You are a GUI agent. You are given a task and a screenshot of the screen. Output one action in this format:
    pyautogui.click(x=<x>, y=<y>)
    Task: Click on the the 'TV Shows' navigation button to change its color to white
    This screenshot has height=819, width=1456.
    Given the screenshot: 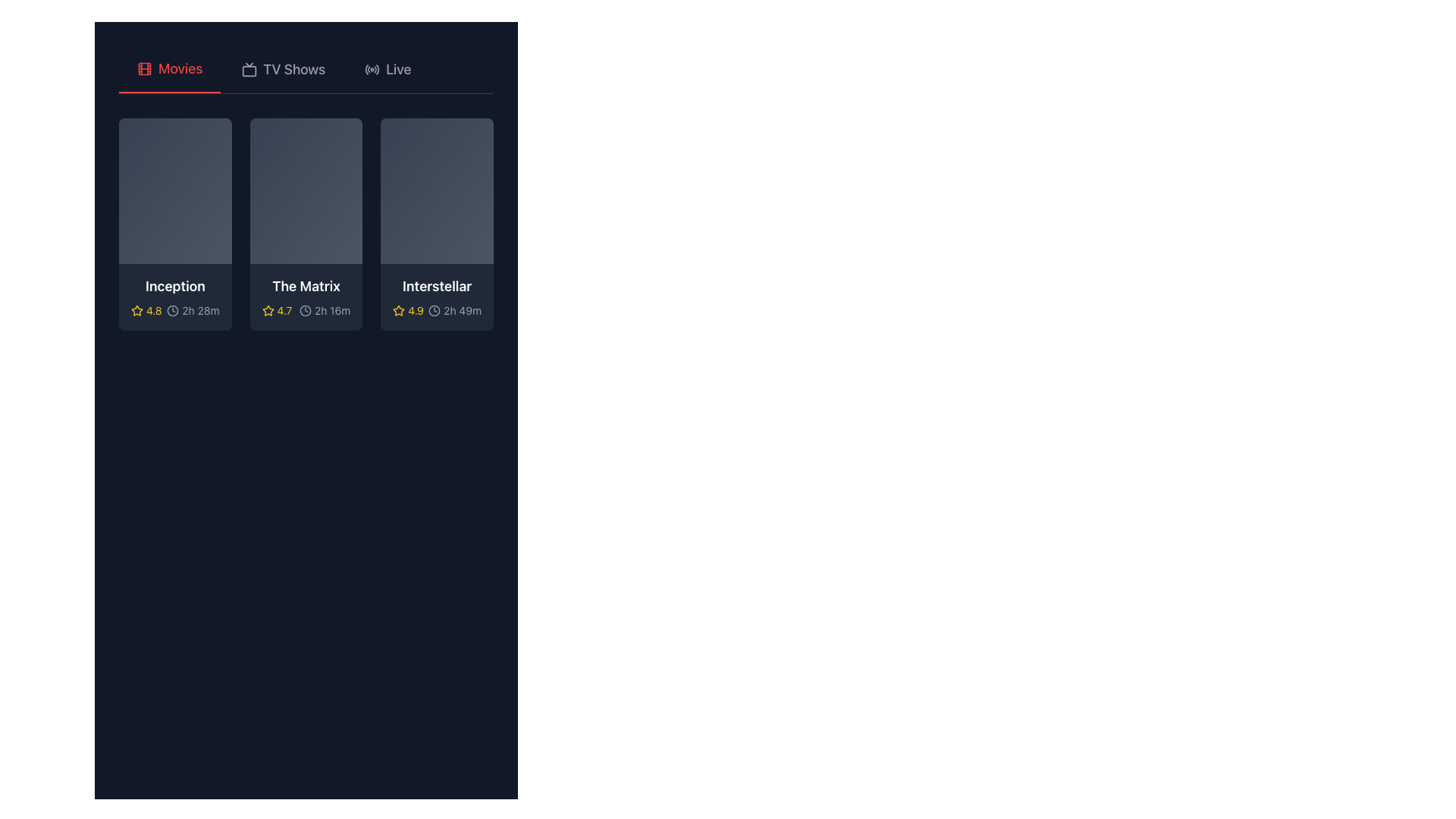 What is the action you would take?
    pyautogui.click(x=284, y=70)
    